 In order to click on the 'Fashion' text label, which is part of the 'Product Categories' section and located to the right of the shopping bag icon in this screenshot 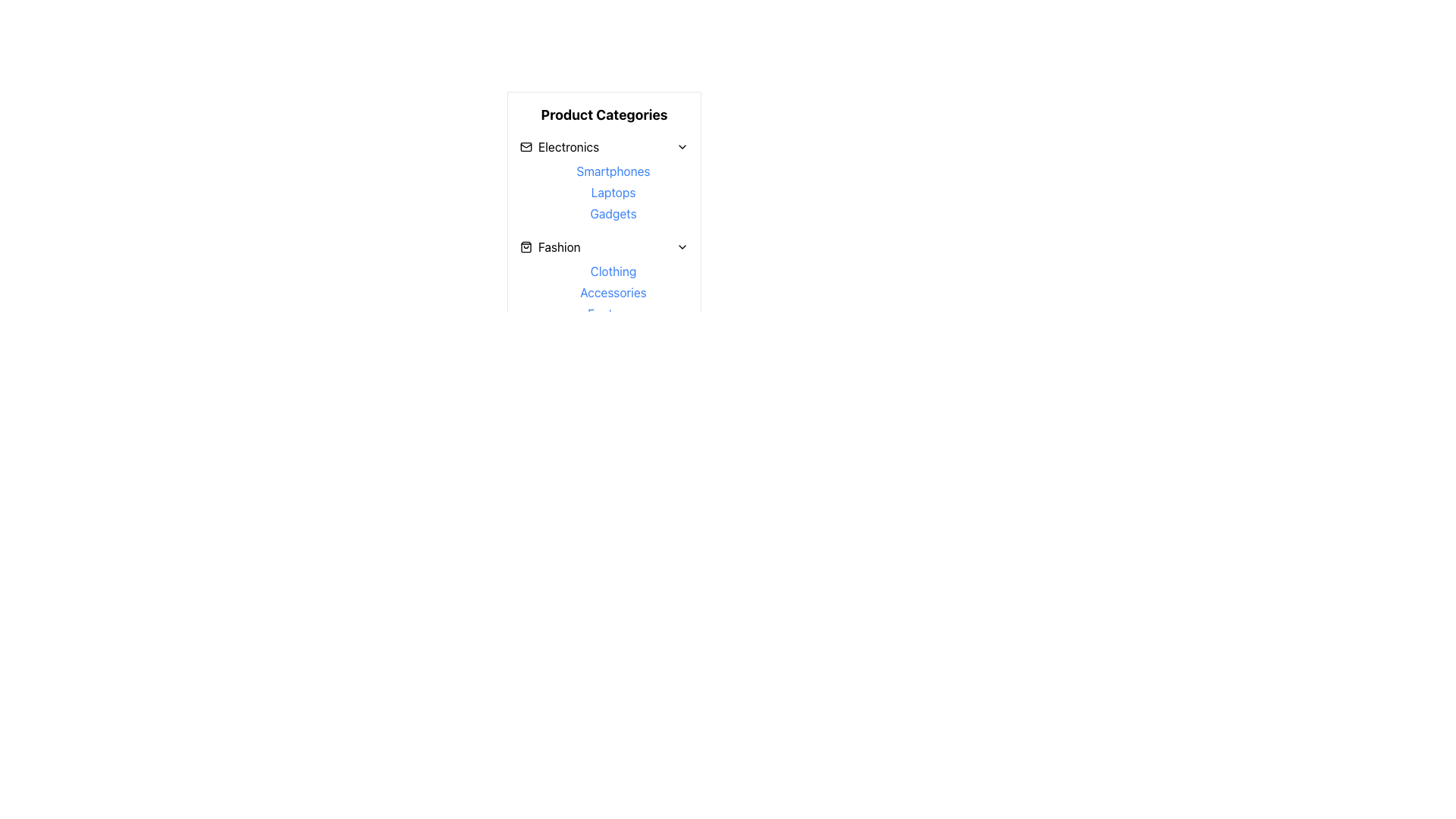, I will do `click(558, 246)`.